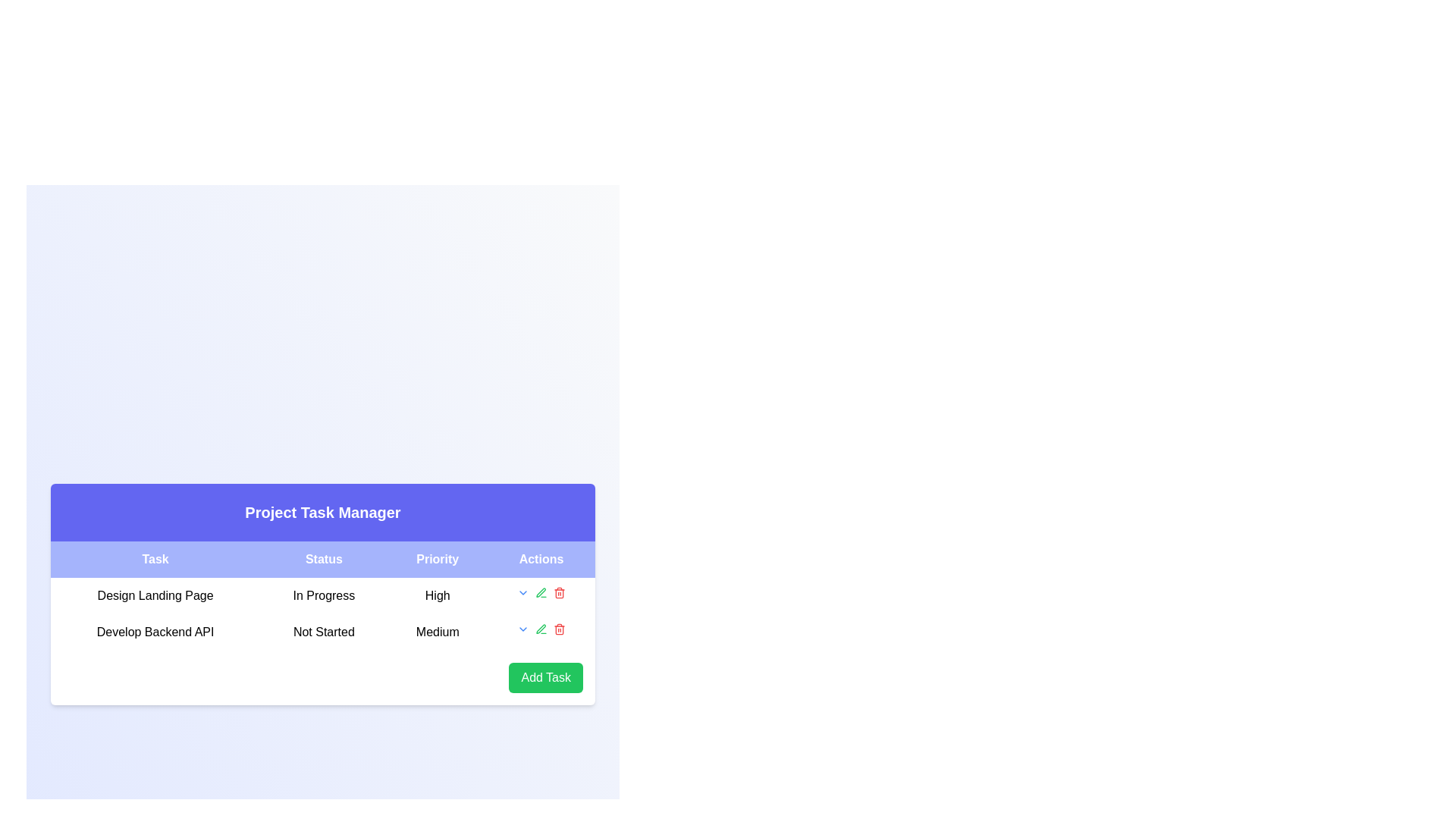  What do you see at coordinates (523, 592) in the screenshot?
I see `the chevron-down icon that expands or provides additional options related to the first task under the 'Actions' column` at bounding box center [523, 592].